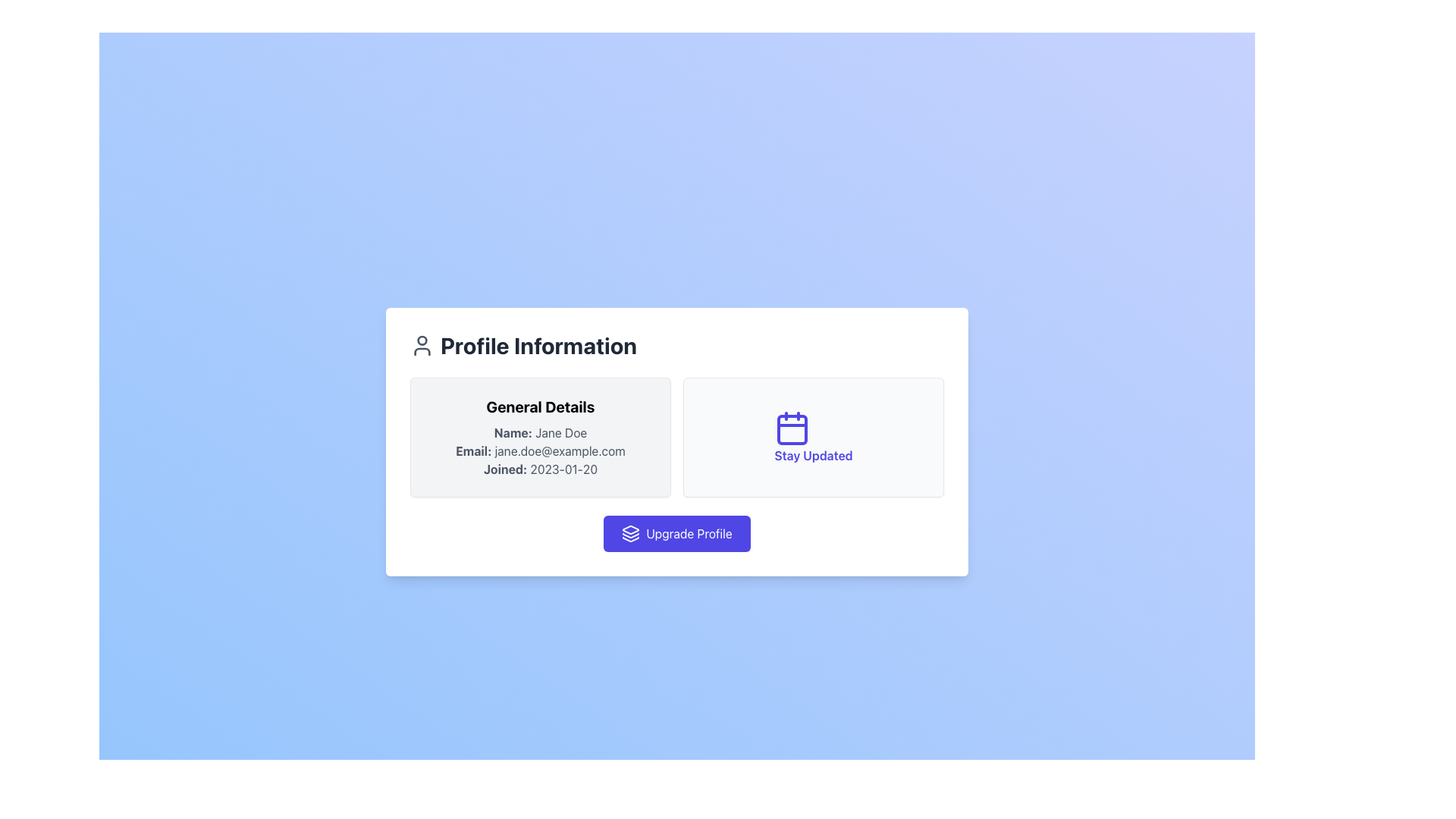 The image size is (1456, 819). I want to click on email address displayed in the Static Text element located within the 'General Details' section, positioned between 'Name: Jane Doe' and 'Joined: 2023-01-20', so click(541, 450).